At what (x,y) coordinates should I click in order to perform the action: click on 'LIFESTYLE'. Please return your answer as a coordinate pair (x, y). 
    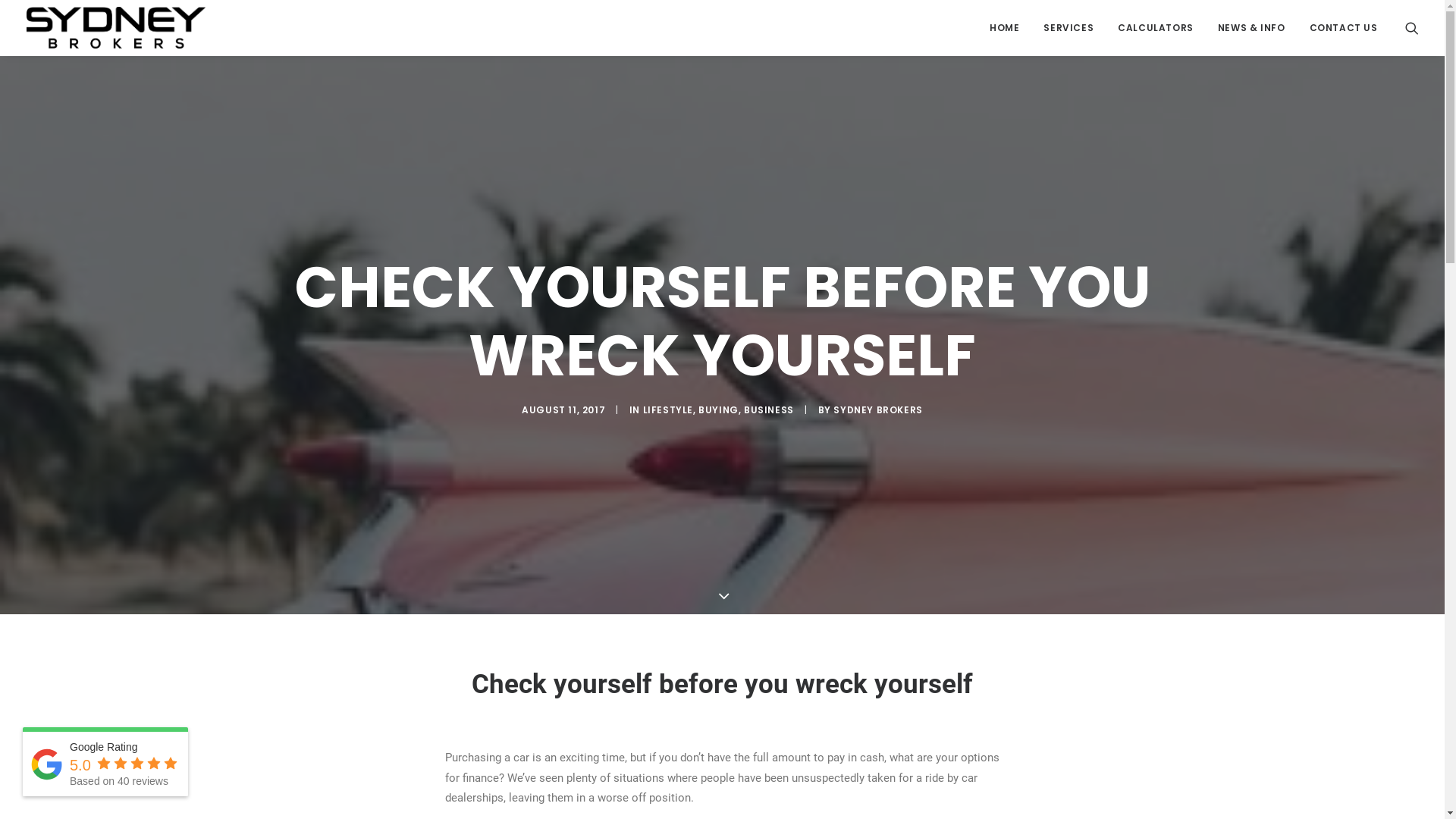
    Looking at the image, I should click on (643, 409).